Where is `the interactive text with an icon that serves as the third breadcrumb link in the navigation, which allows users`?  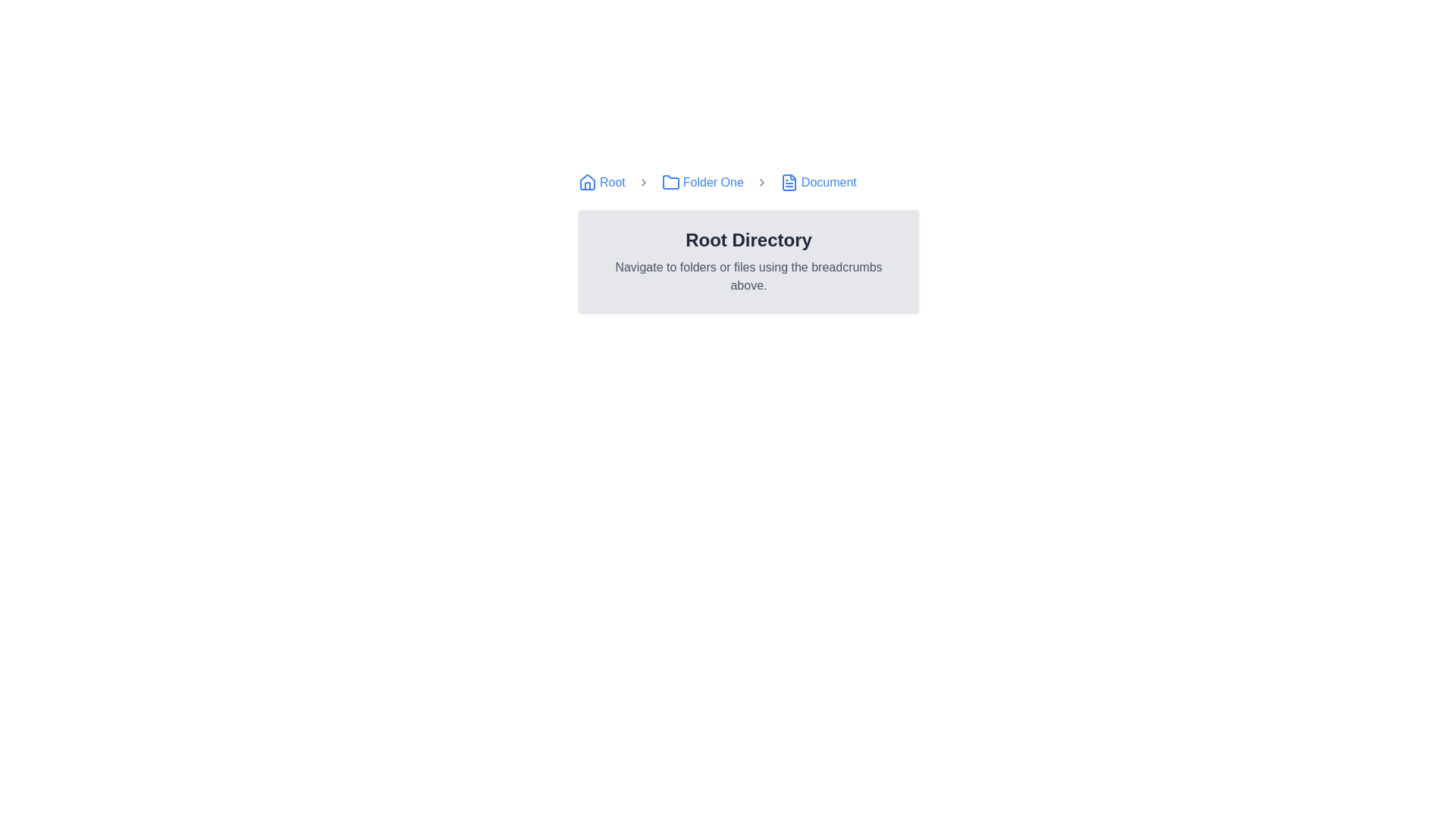
the interactive text with an icon that serves as the third breadcrumb link in the navigation, which allows users is located at coordinates (701, 181).